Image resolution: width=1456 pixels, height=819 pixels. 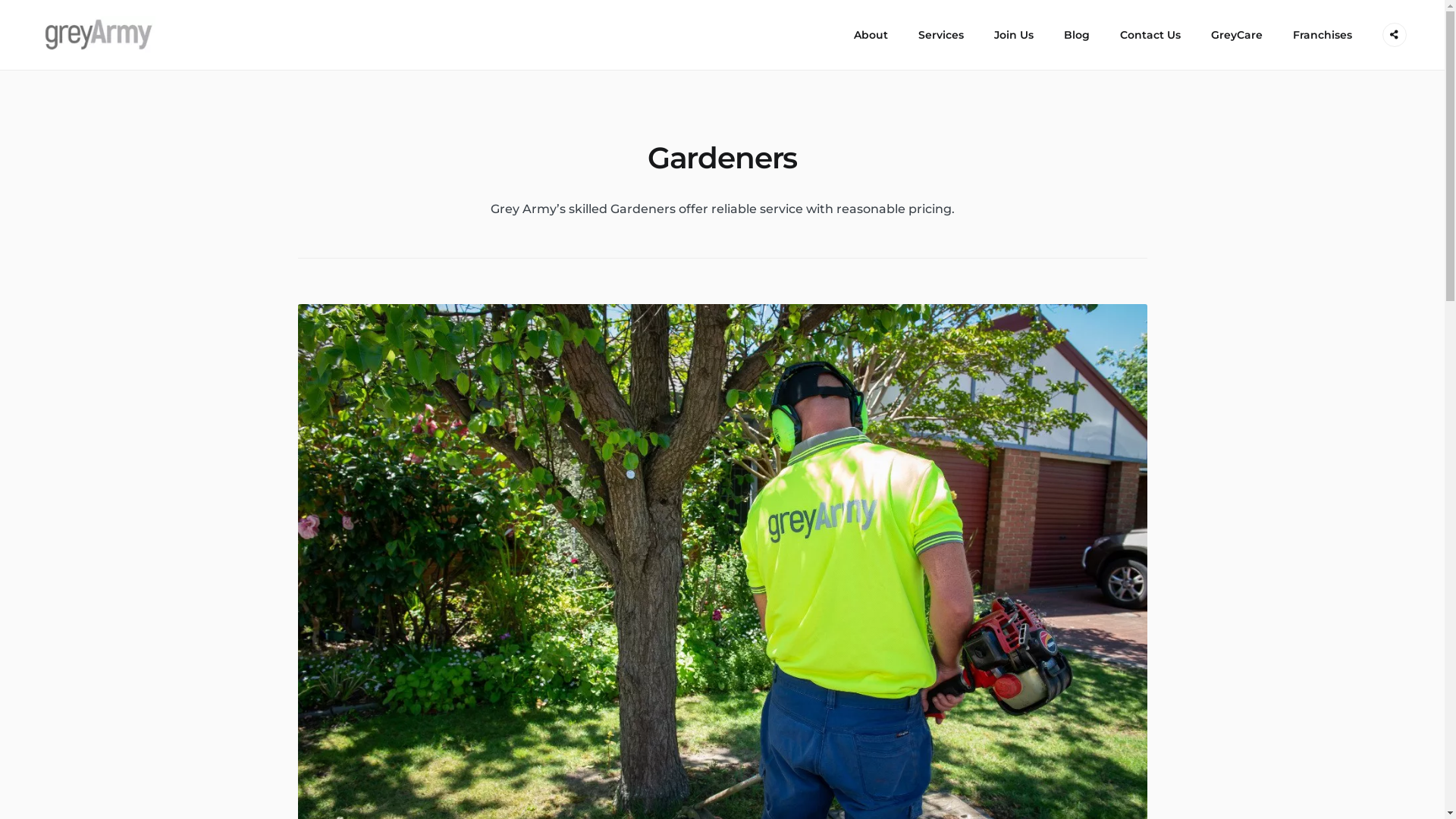 I want to click on 'Grey Army', so click(x=73, y=34).